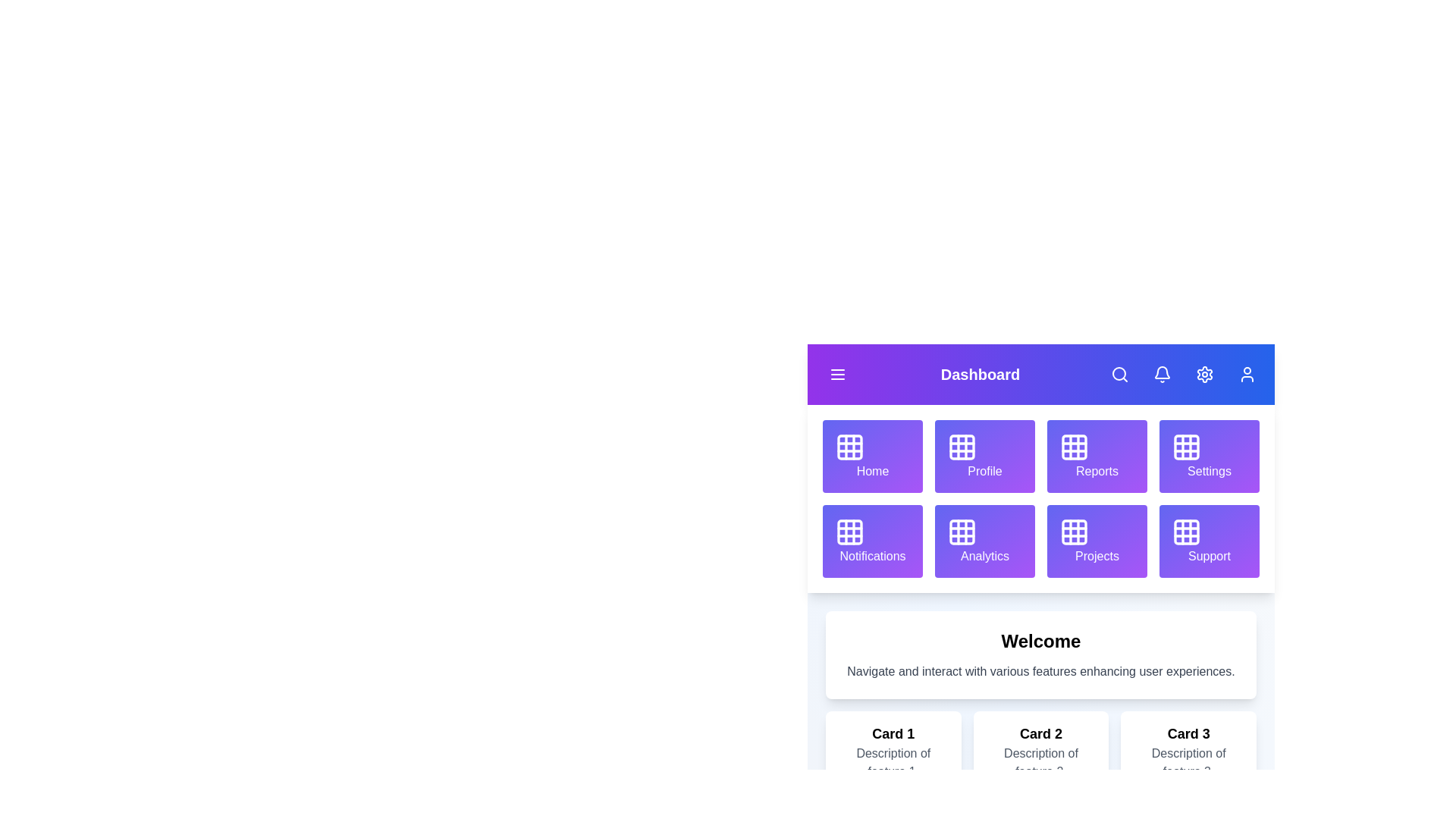 The image size is (1456, 819). What do you see at coordinates (1097, 455) in the screenshot?
I see `the grid item labeled Reports to navigate to its section` at bounding box center [1097, 455].